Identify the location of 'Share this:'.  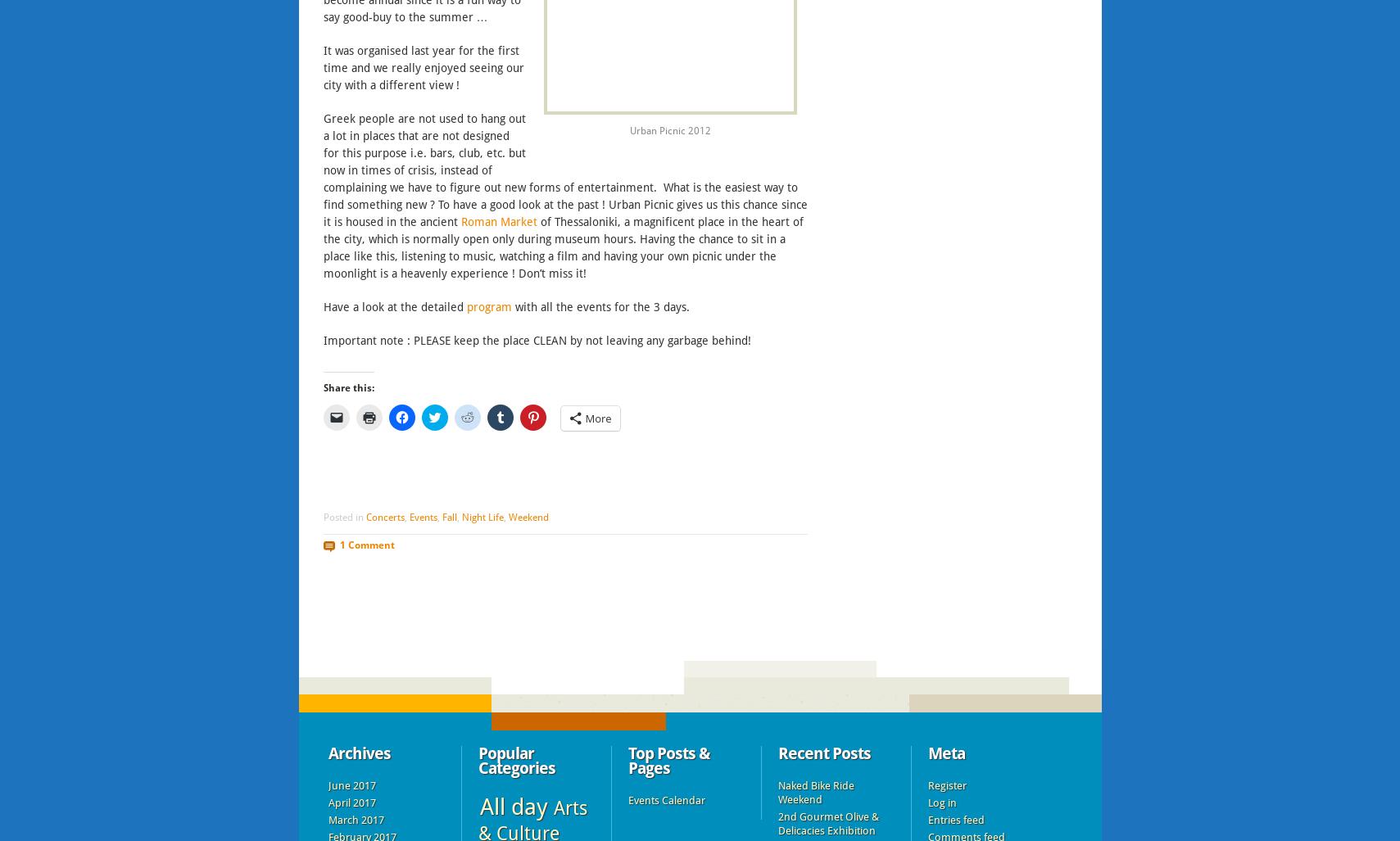
(347, 387).